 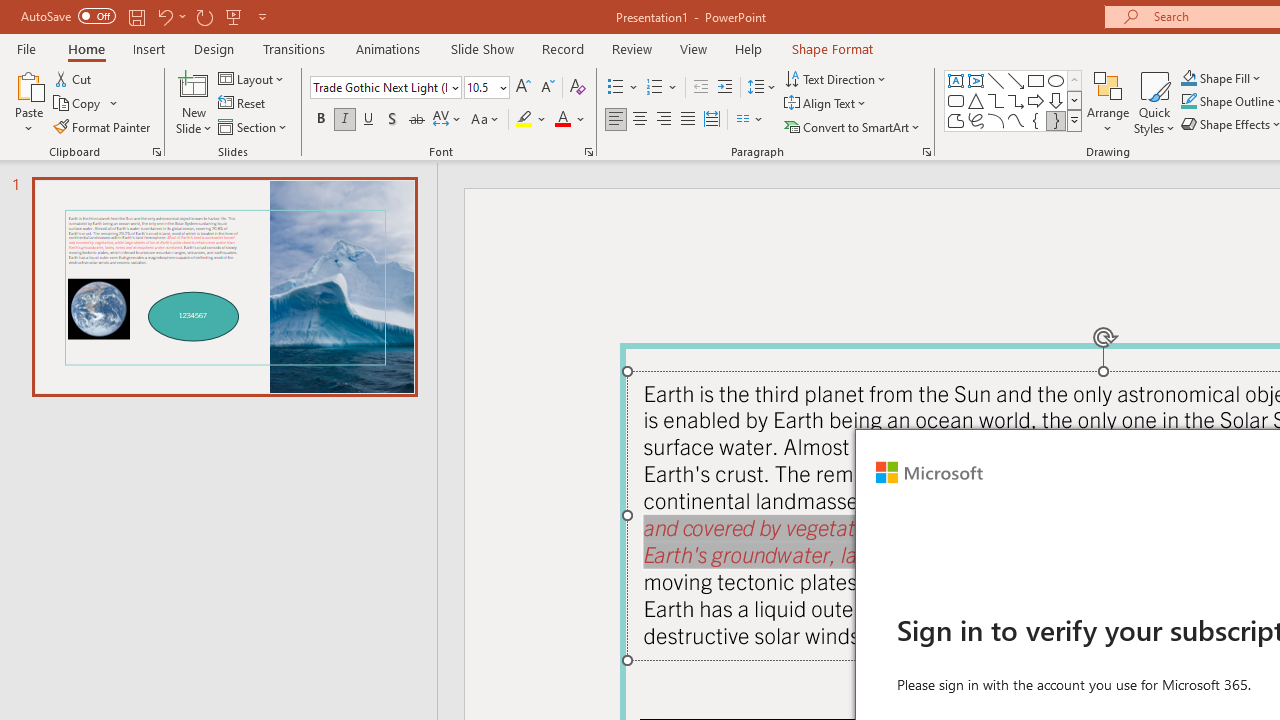 What do you see at coordinates (561, 119) in the screenshot?
I see `'Font Color Red'` at bounding box center [561, 119].